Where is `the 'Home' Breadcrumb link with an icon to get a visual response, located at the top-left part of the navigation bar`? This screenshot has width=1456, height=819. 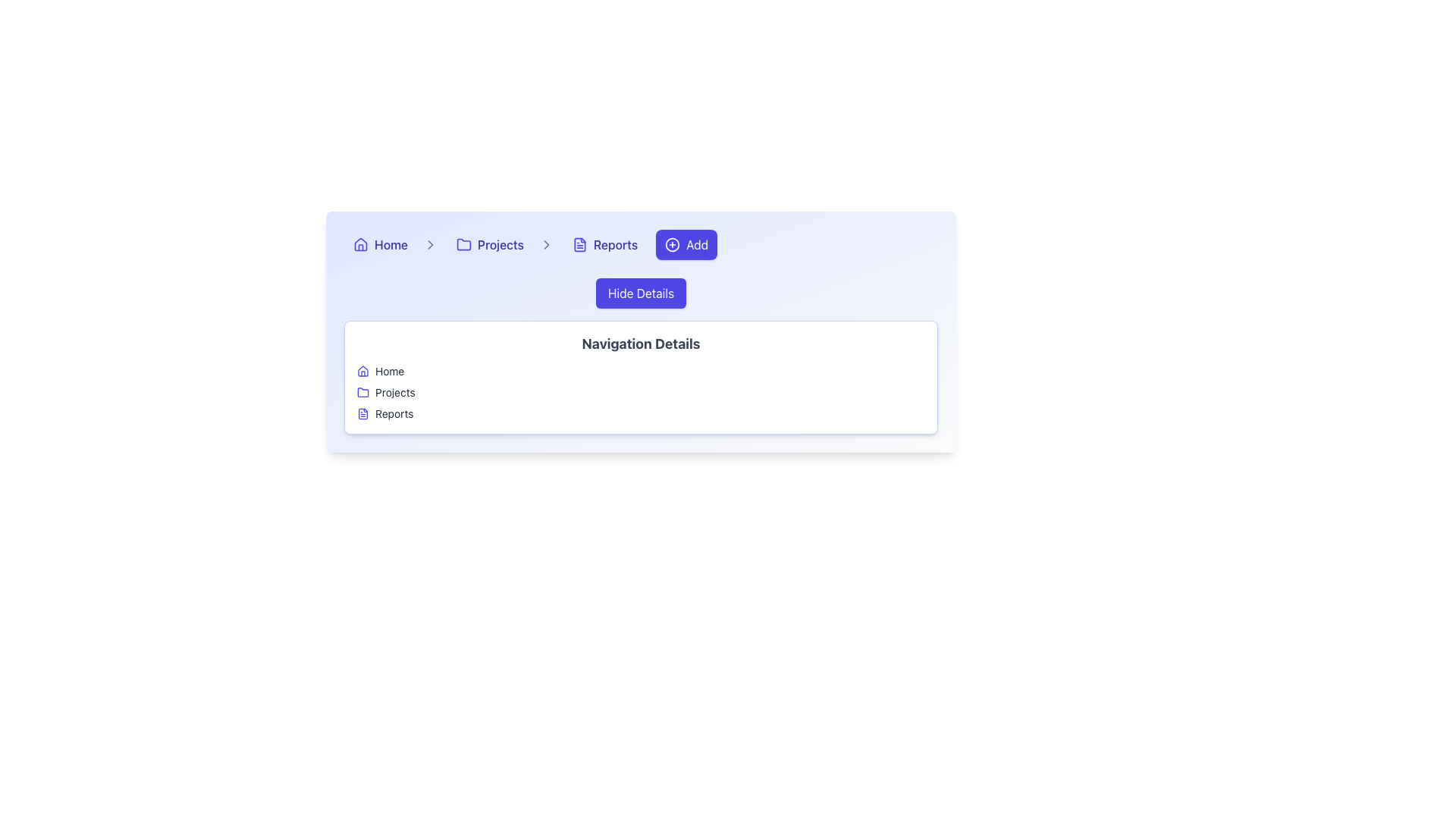
the 'Home' Breadcrumb link with an icon to get a visual response, located at the top-left part of the navigation bar is located at coordinates (381, 244).